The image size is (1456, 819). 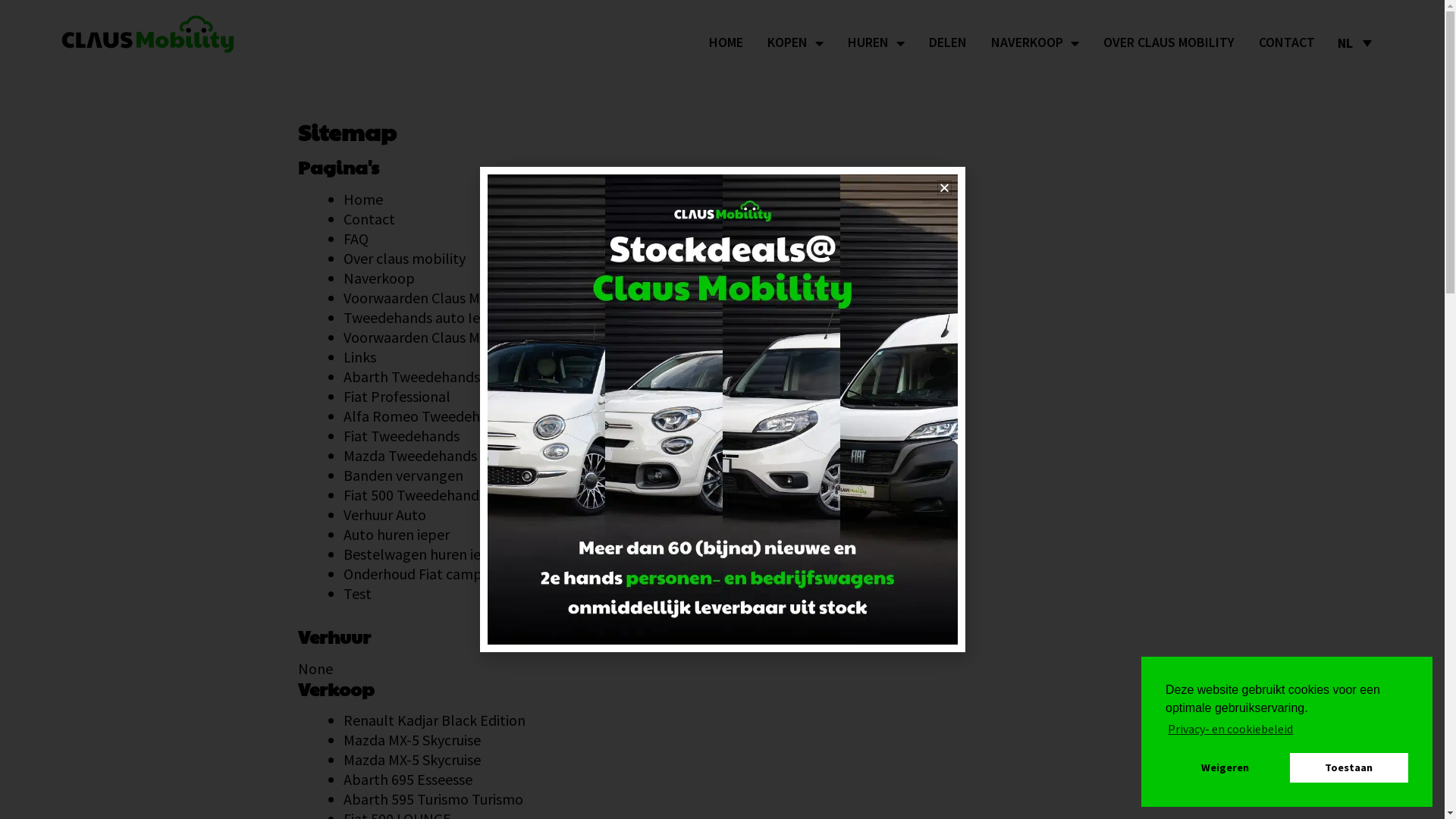 What do you see at coordinates (425, 416) in the screenshot?
I see `'Alfa Romeo Tweedehands'` at bounding box center [425, 416].